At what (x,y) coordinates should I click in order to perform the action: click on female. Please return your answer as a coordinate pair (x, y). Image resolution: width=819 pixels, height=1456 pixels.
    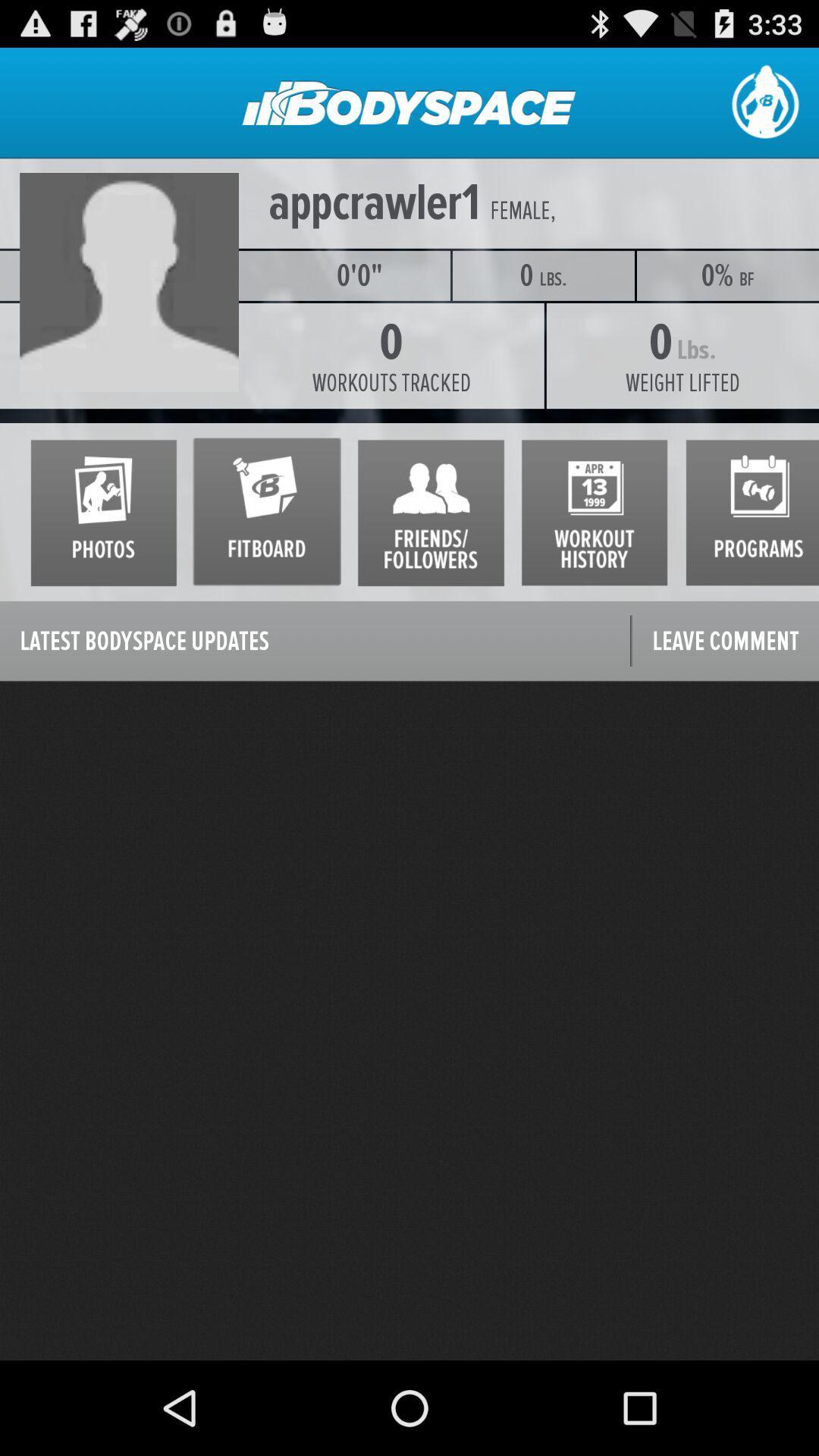
    Looking at the image, I should click on (519, 210).